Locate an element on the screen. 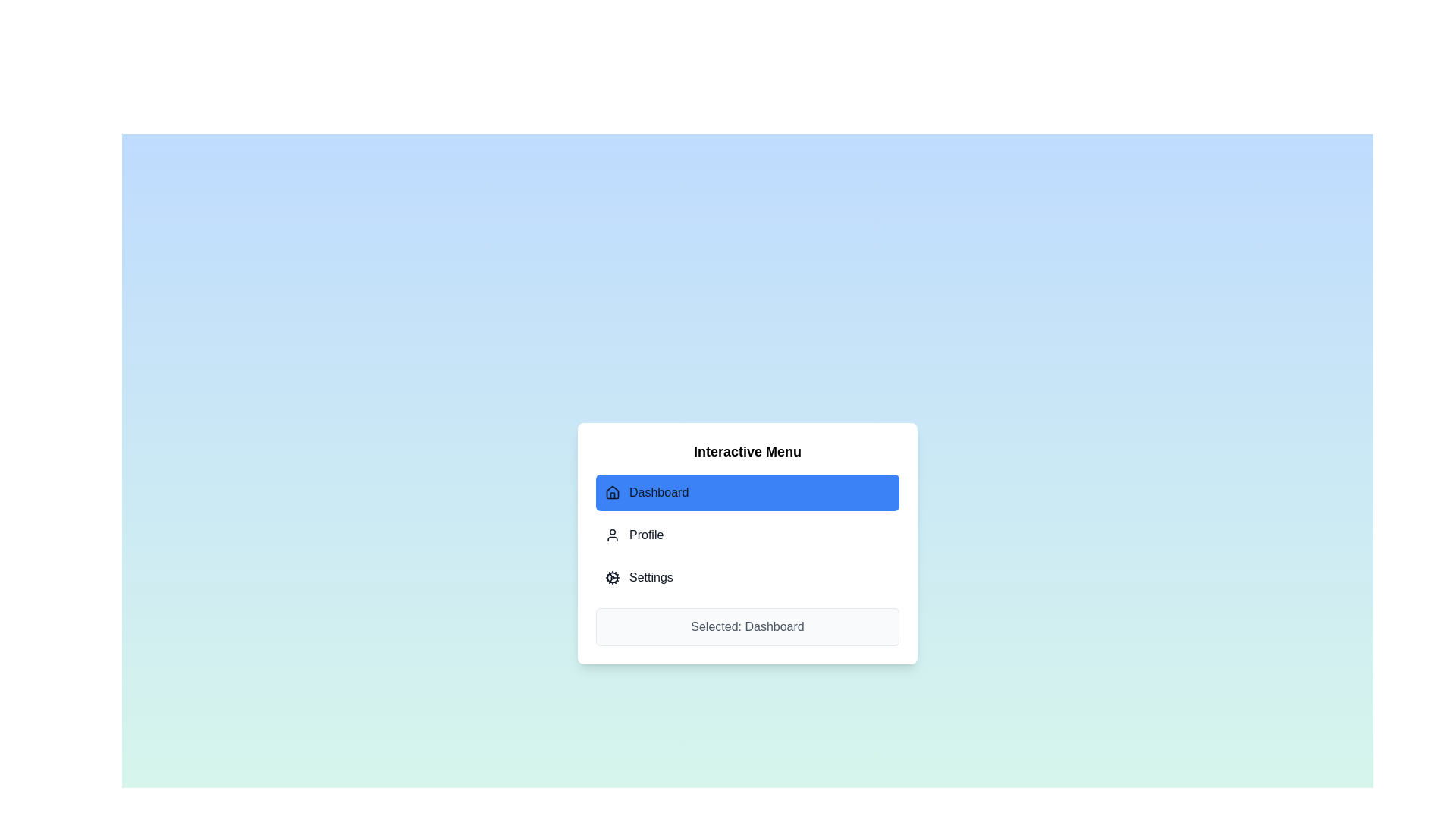 This screenshot has height=819, width=1456. the Settings tab in the menu is located at coordinates (747, 578).